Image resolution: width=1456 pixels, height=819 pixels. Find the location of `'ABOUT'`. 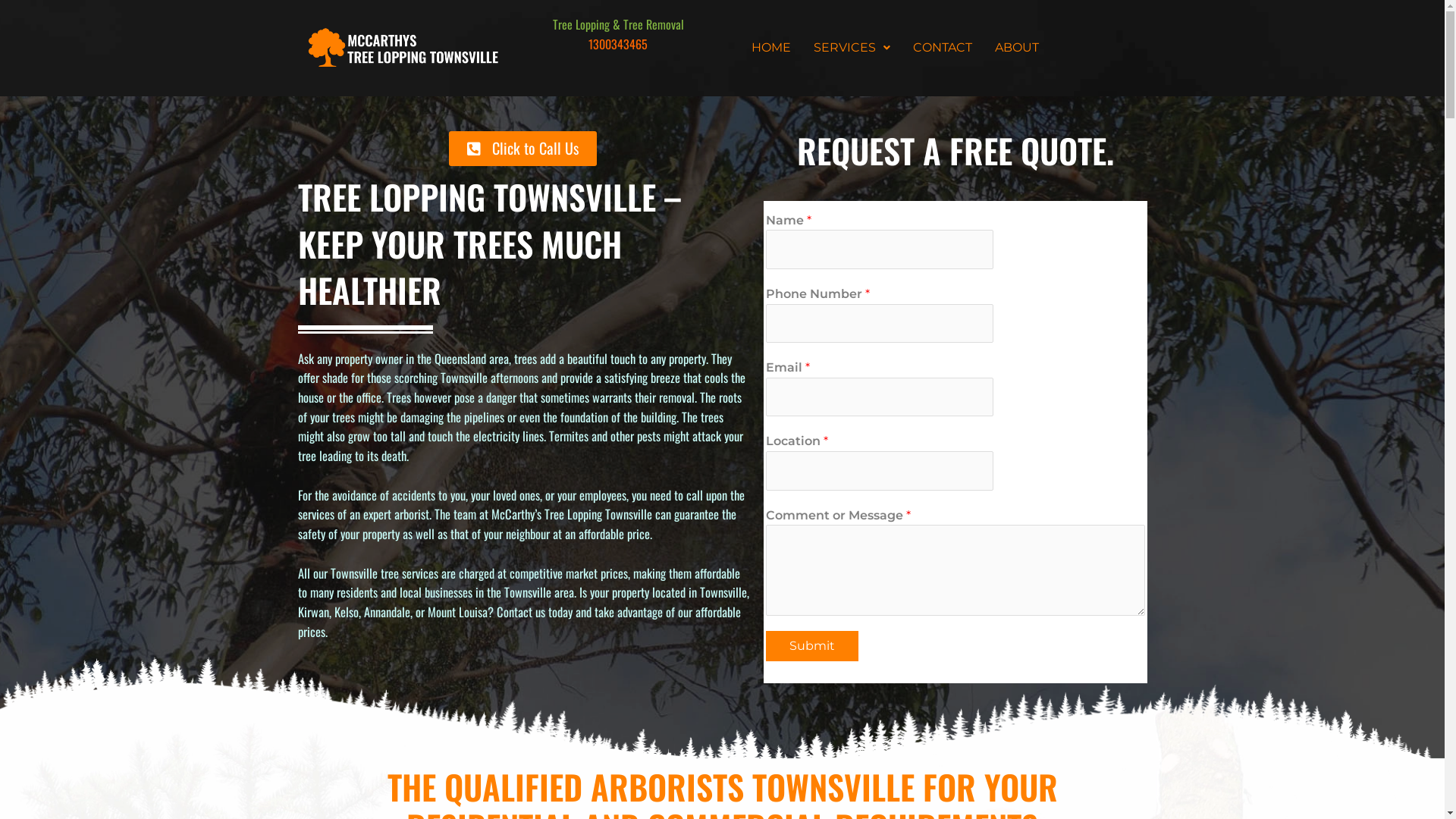

'ABOUT' is located at coordinates (1016, 46).